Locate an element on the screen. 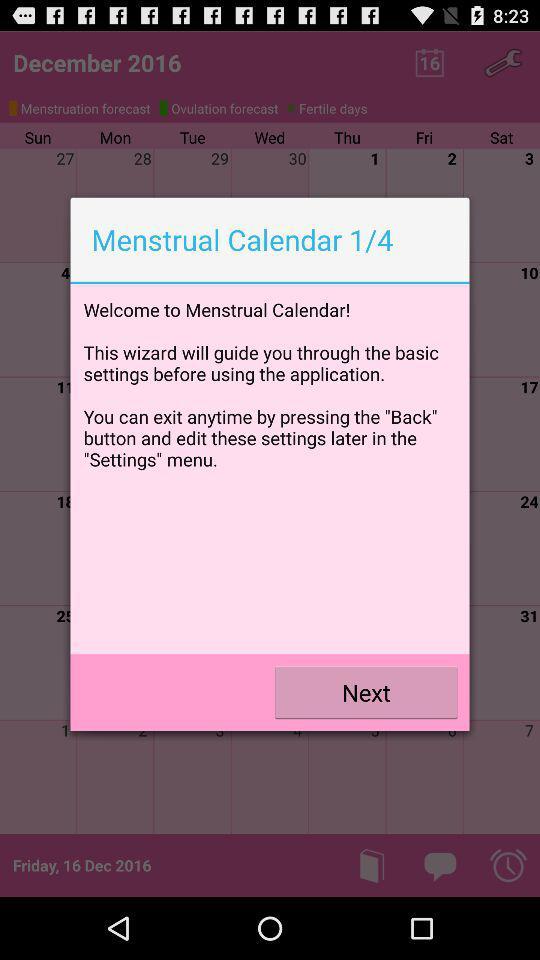  app below the welcome to menstrual is located at coordinates (365, 692).